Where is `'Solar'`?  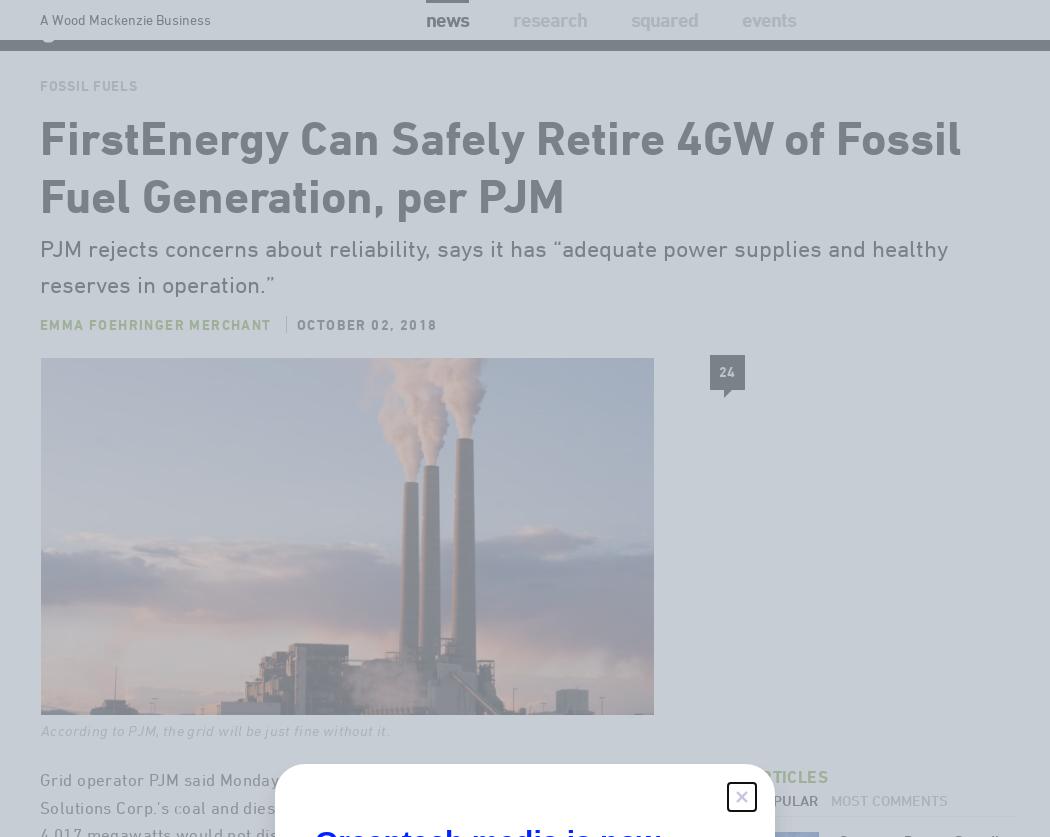
'Solar' is located at coordinates (195, 84).